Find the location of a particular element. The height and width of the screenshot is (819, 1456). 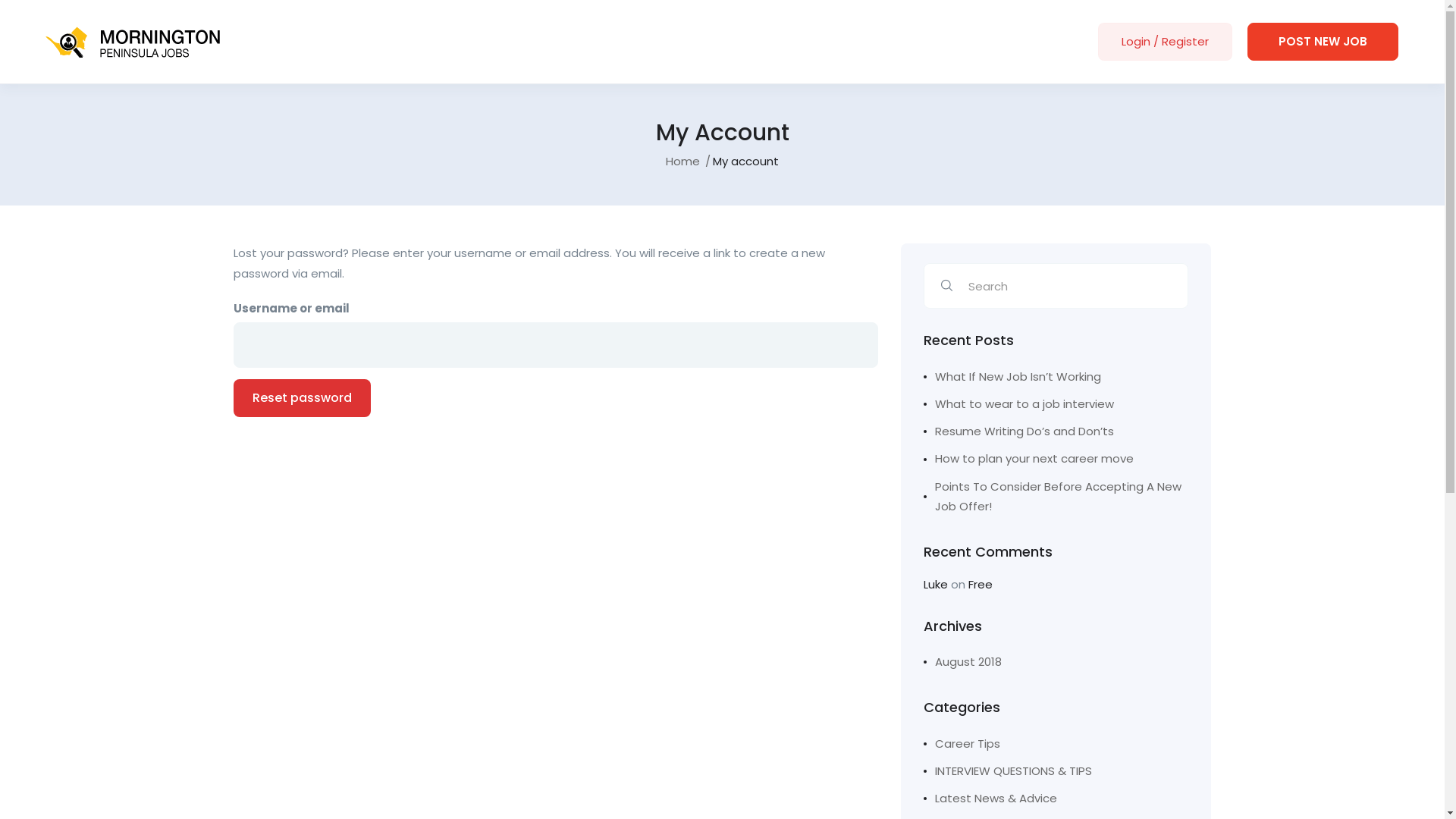

'How to plan your next career move' is located at coordinates (1055, 458).